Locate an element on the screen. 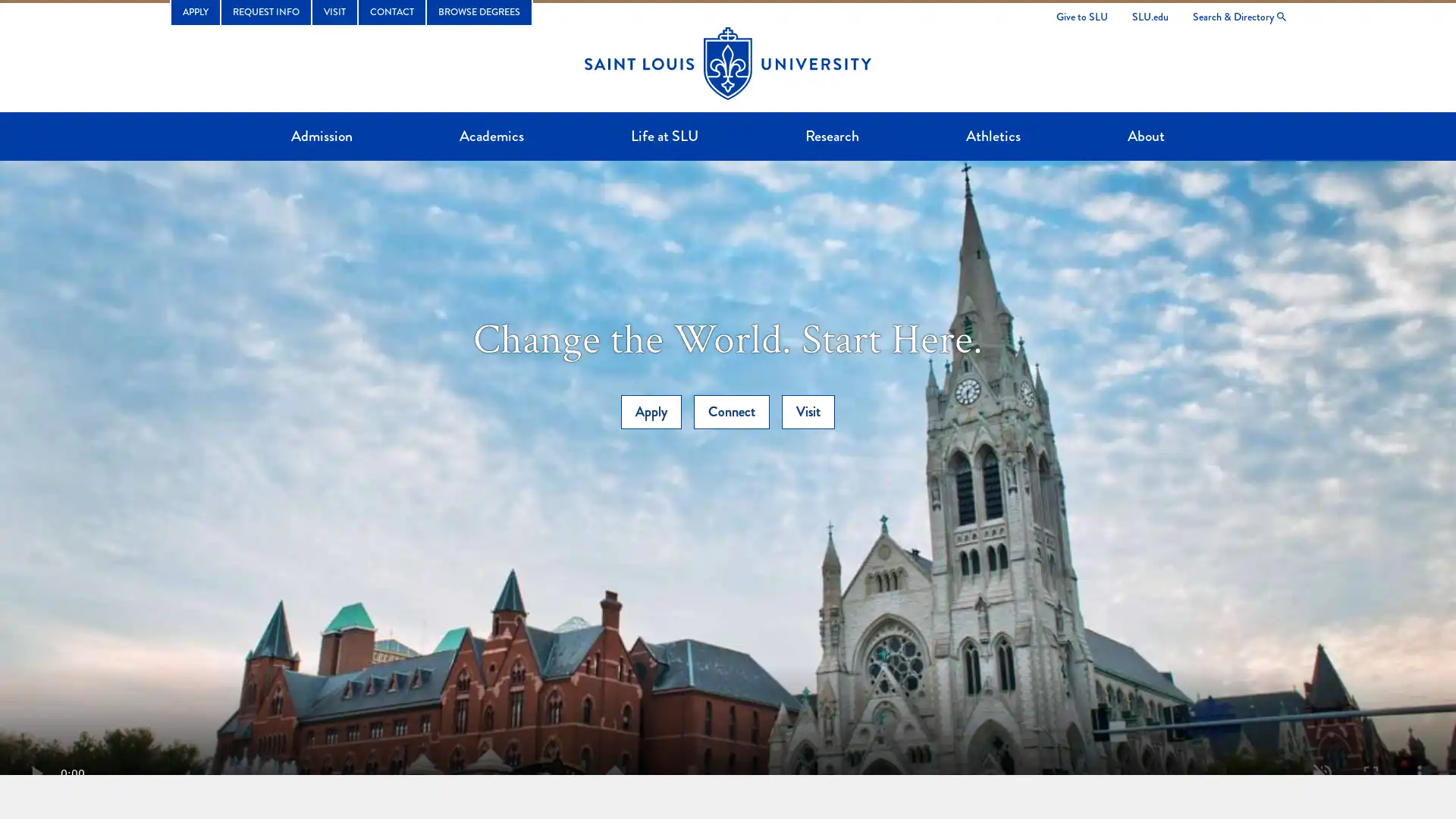  play is located at coordinates (36, 773).